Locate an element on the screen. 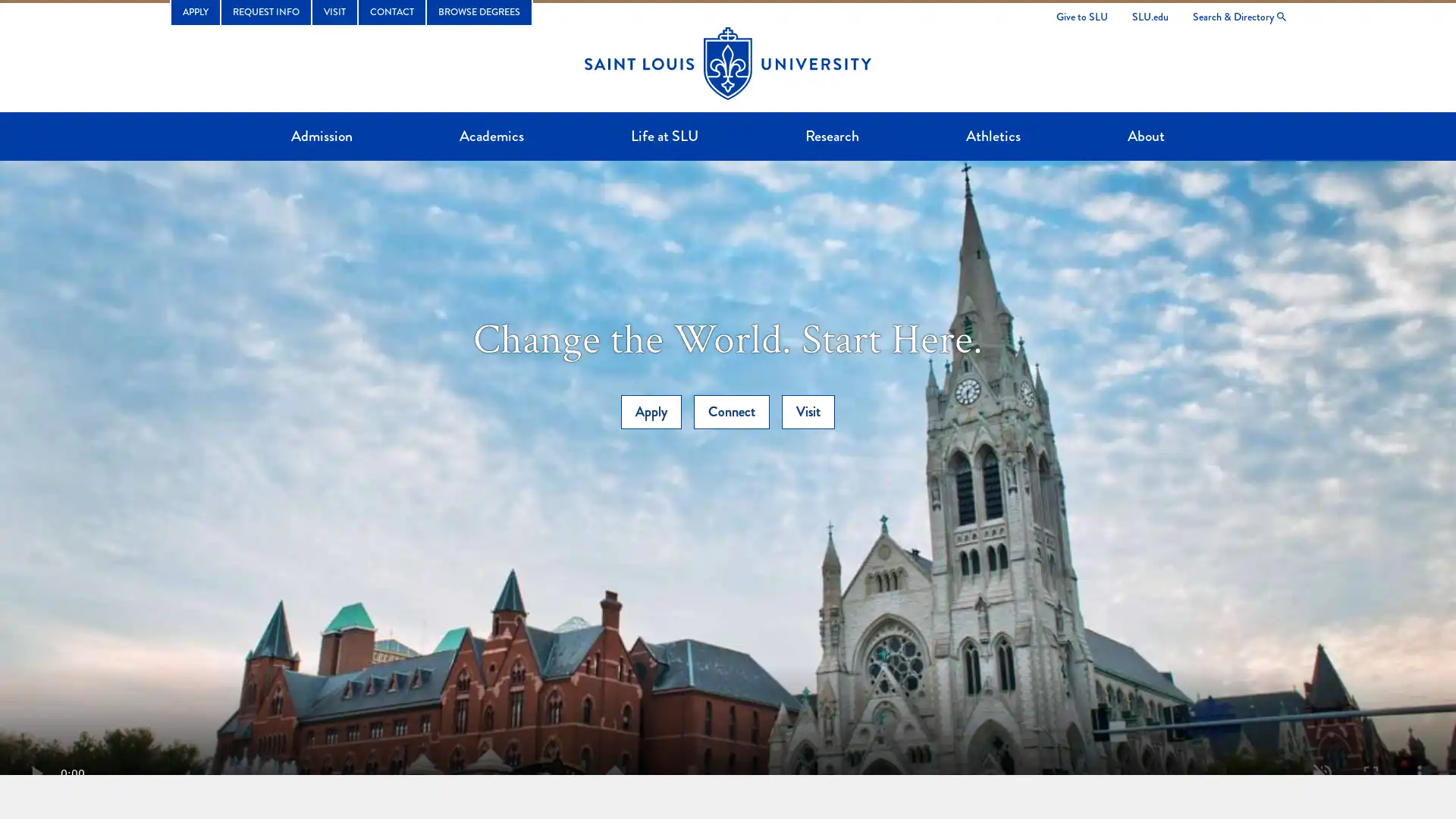  play is located at coordinates (36, 773).